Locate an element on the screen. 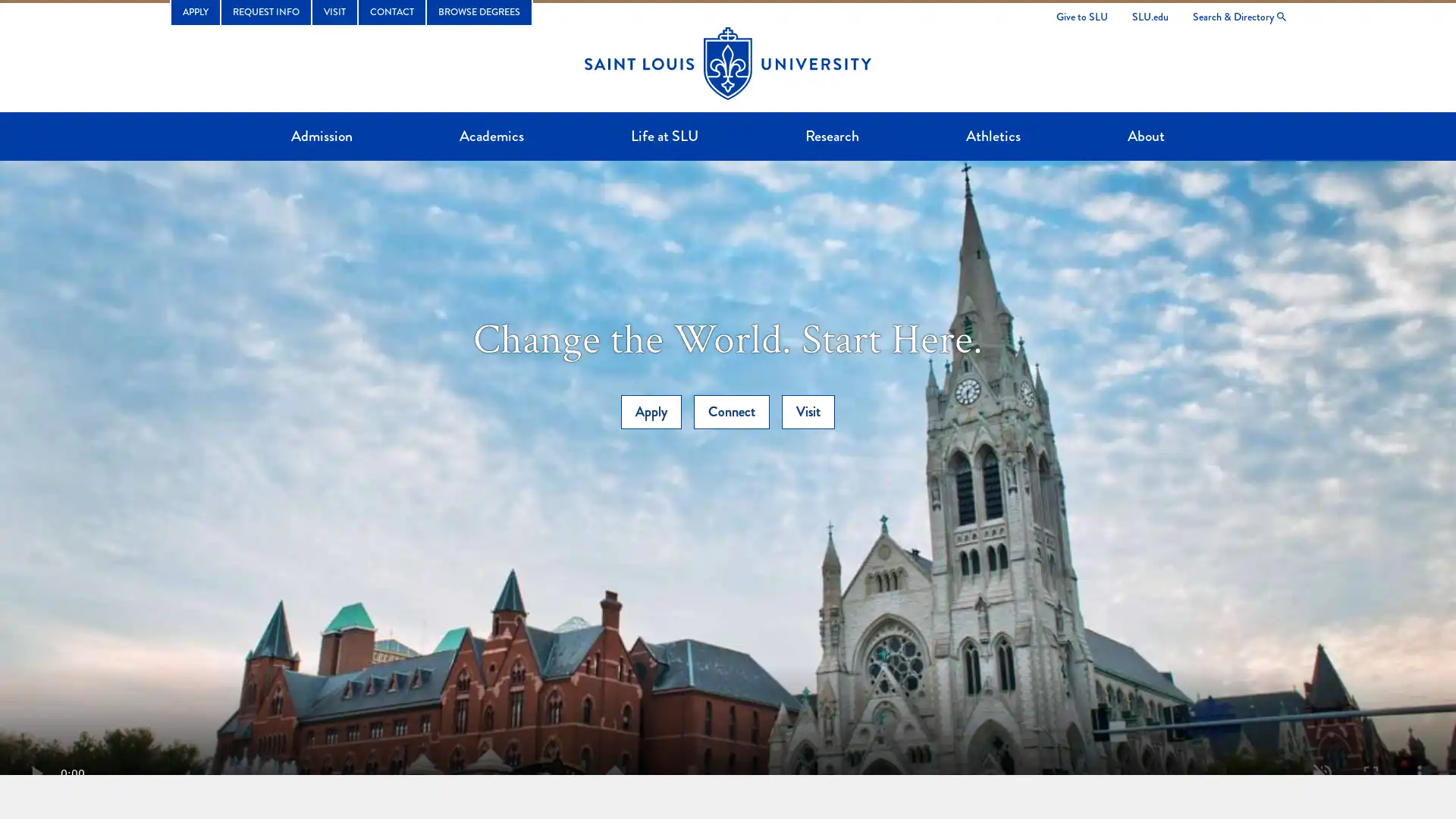  play is located at coordinates (36, 773).